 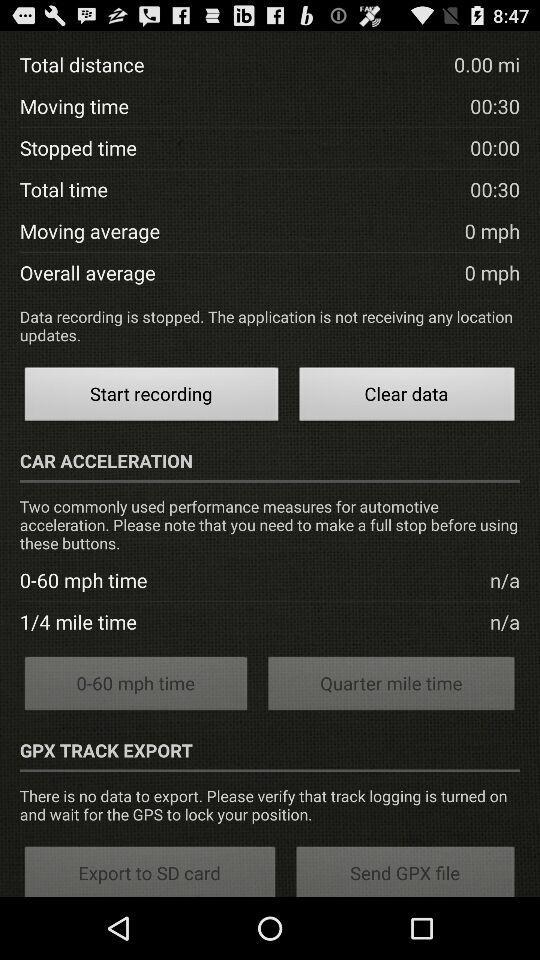 What do you see at coordinates (405, 869) in the screenshot?
I see `button to the right of the export to sd icon` at bounding box center [405, 869].